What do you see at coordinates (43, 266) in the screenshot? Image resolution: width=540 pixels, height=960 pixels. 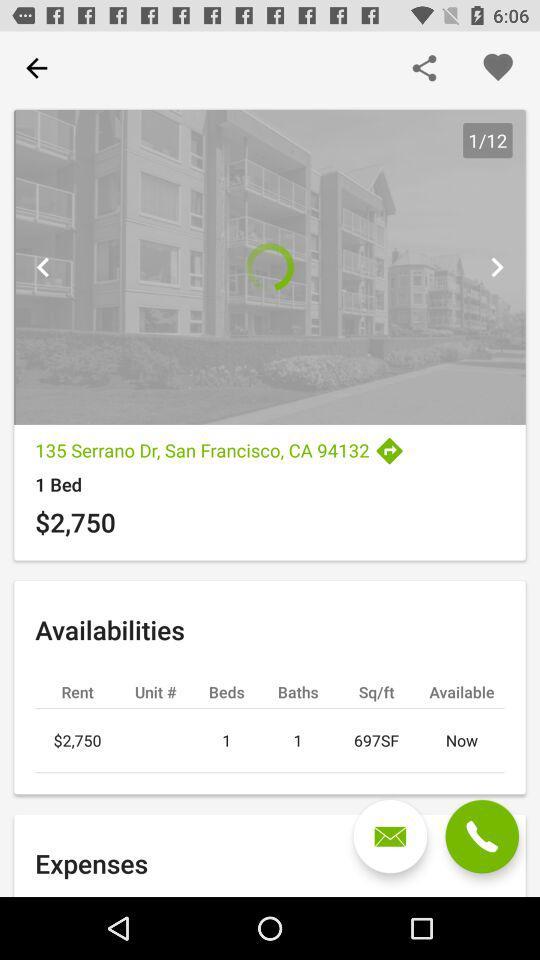 I see `go back` at bounding box center [43, 266].